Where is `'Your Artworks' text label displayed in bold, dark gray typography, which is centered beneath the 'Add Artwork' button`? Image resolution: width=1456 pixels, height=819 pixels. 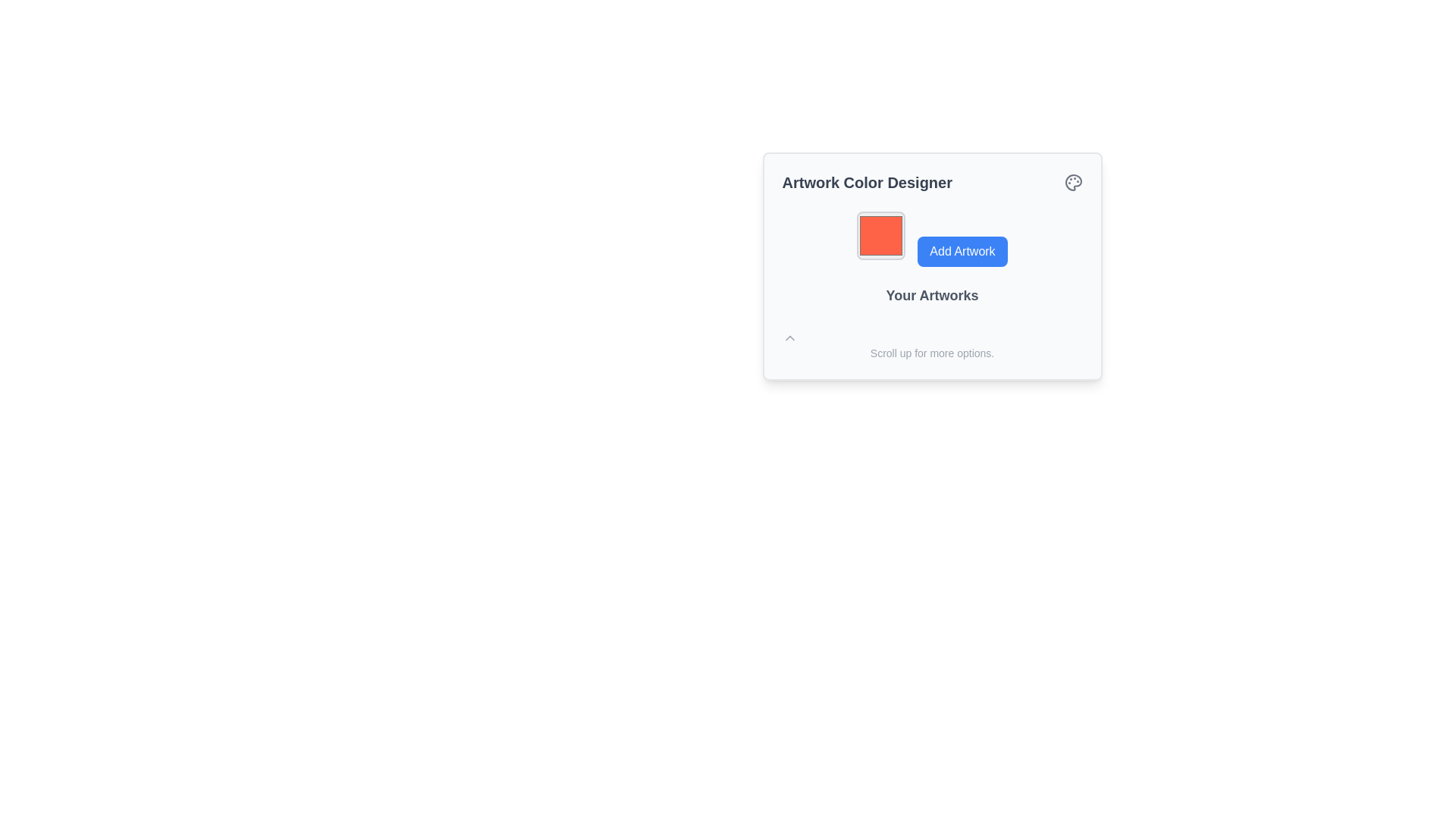
'Your Artworks' text label displayed in bold, dark gray typography, which is centered beneath the 'Add Artwork' button is located at coordinates (931, 295).